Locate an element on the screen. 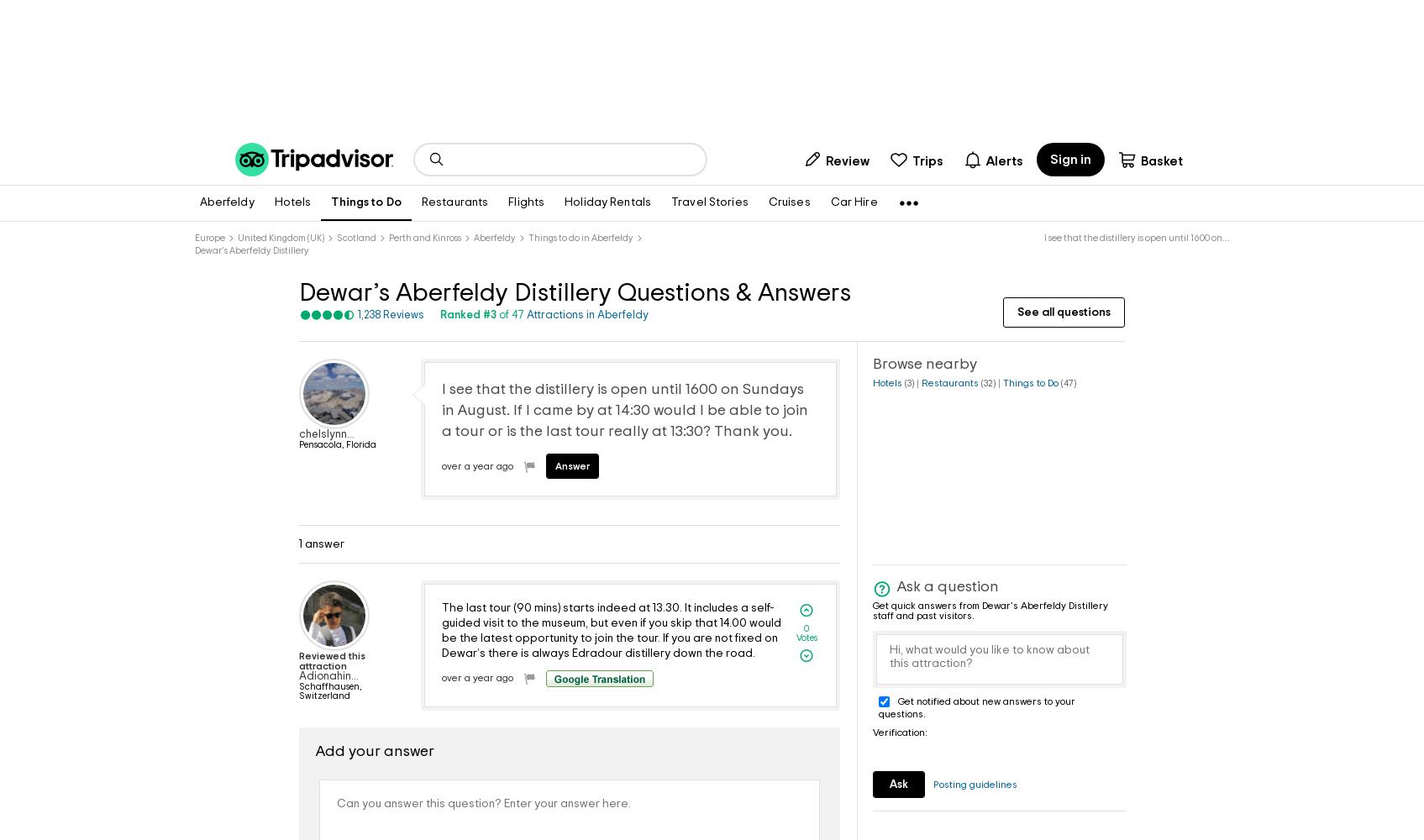 The height and width of the screenshot is (840, 1424). '1 answer' is located at coordinates (321, 543).